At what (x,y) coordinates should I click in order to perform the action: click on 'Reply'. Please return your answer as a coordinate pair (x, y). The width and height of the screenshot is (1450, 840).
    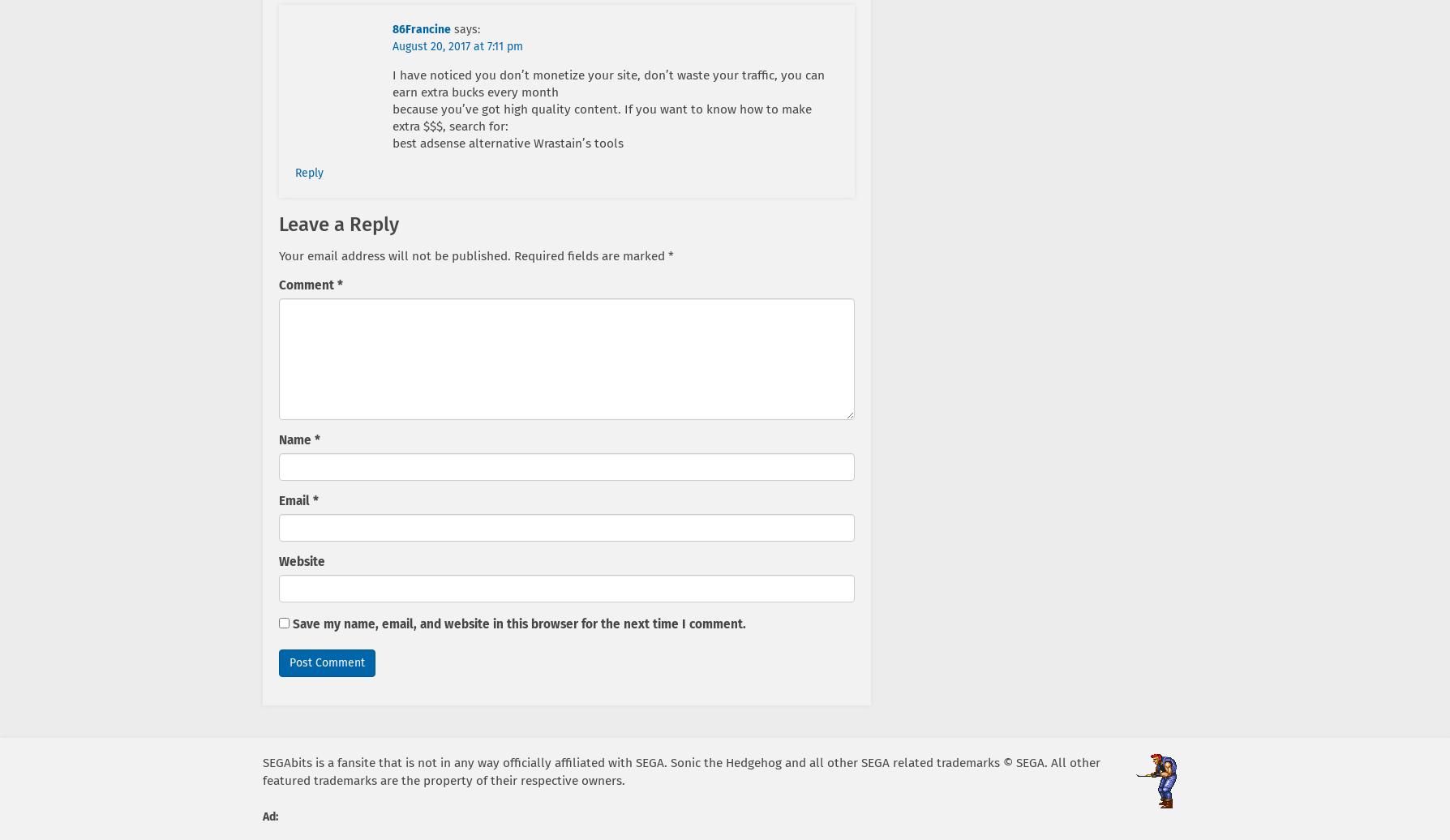
    Looking at the image, I should click on (308, 173).